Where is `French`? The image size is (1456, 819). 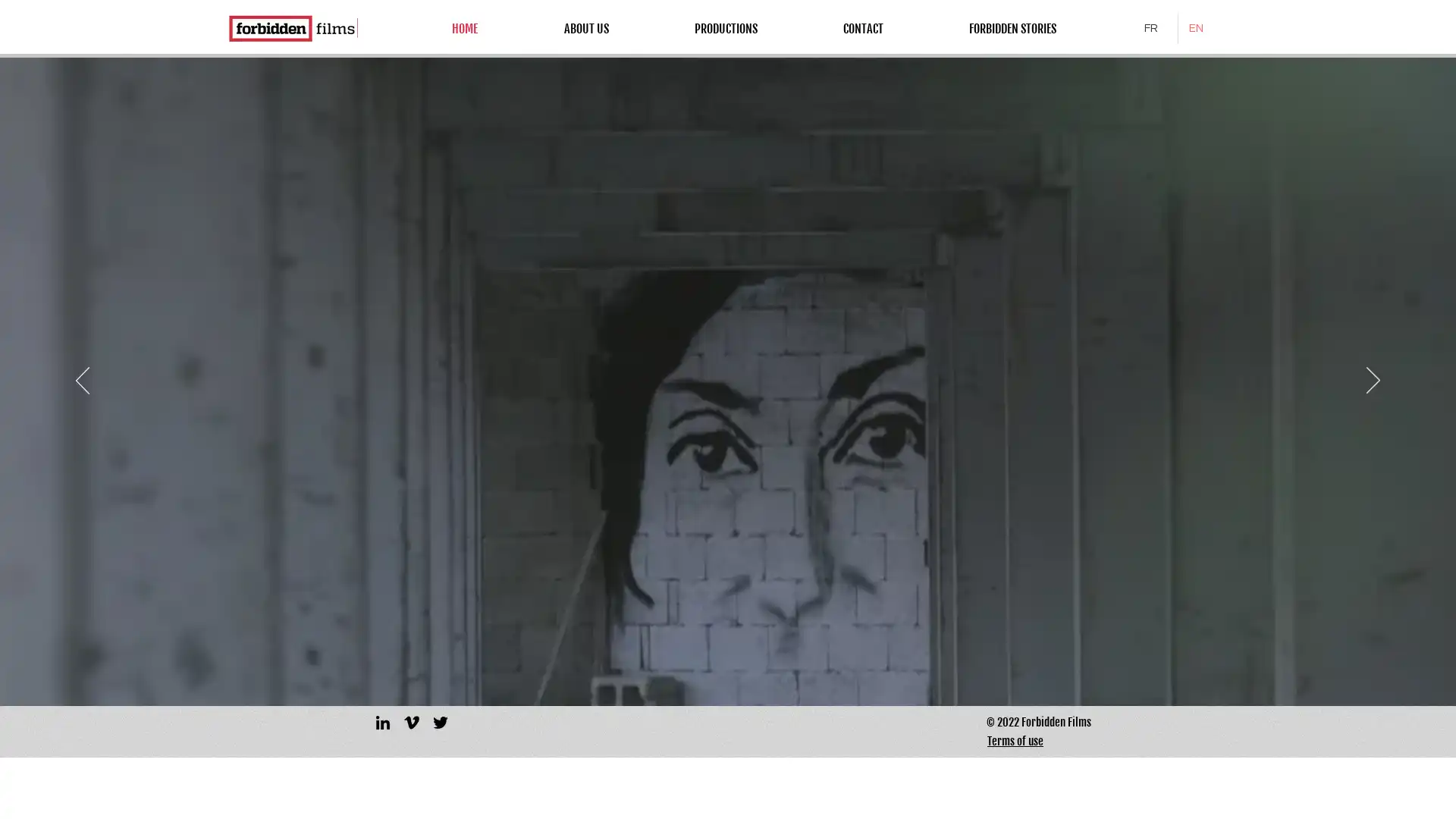 French is located at coordinates (1154, 28).